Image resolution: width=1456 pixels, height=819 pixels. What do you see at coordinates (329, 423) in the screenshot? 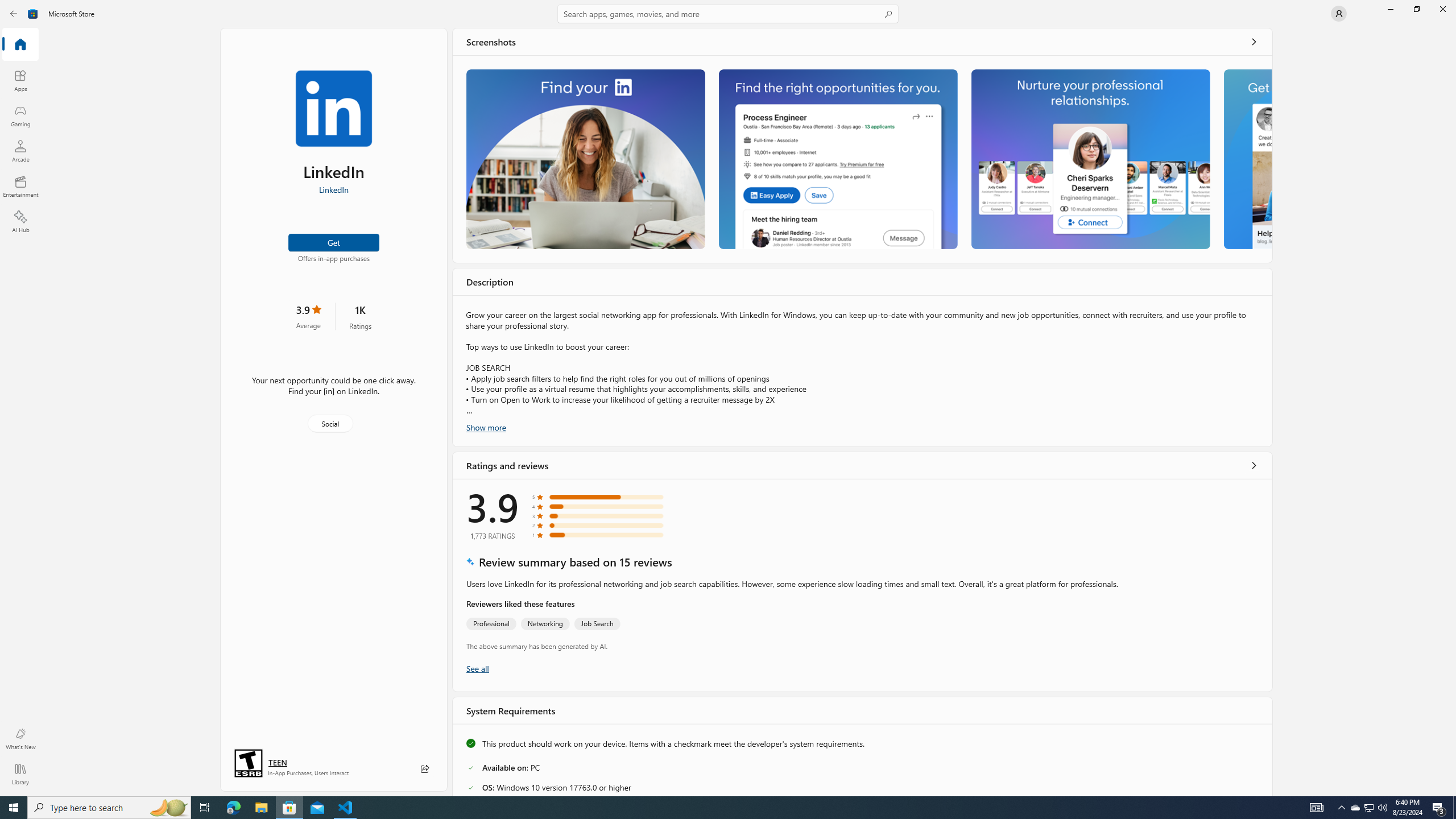
I see `'Social'` at bounding box center [329, 423].